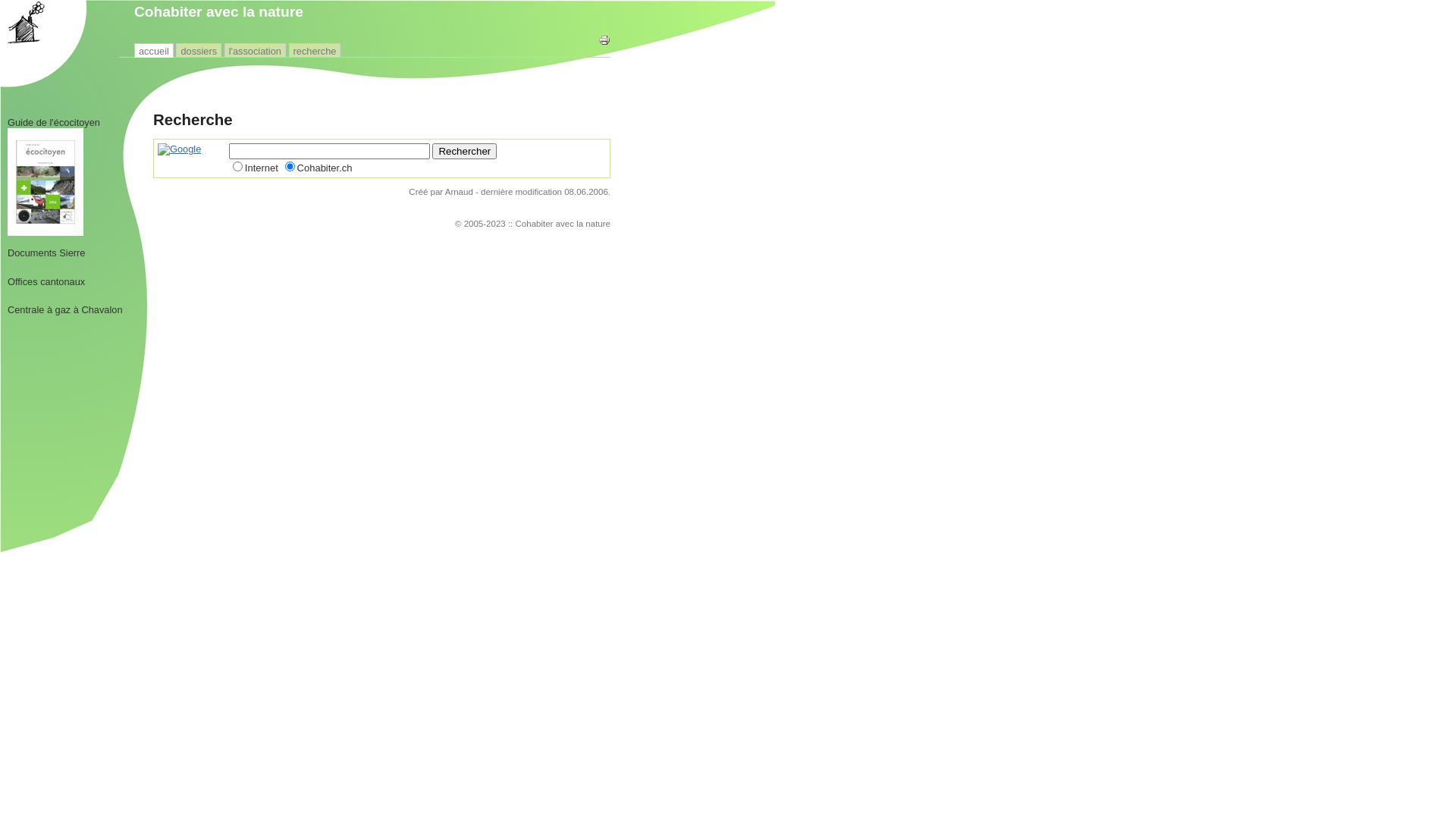  I want to click on 'Imprimer cette page', so click(603, 39).